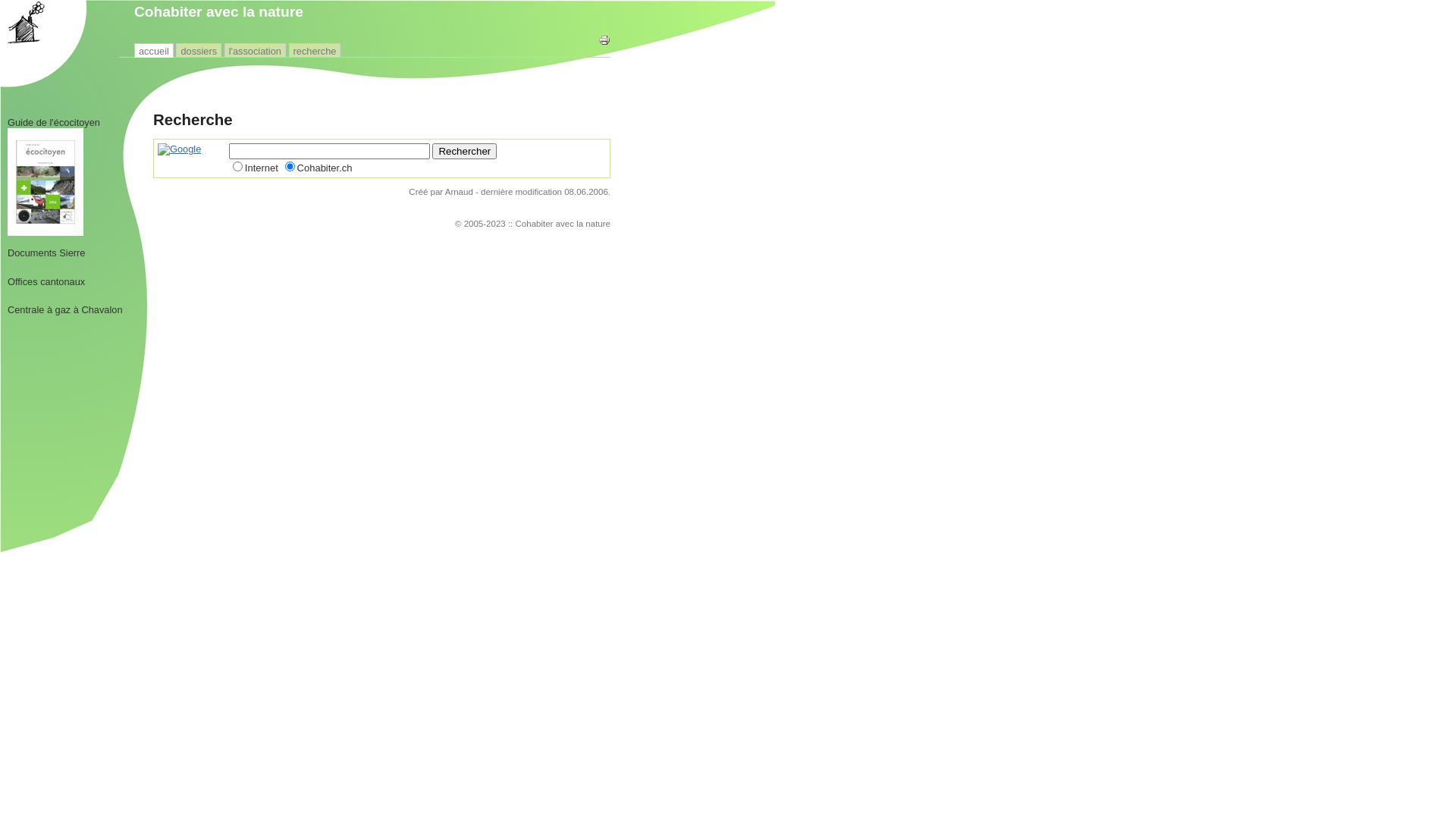  I want to click on 'Imprimer cette page', so click(603, 39).